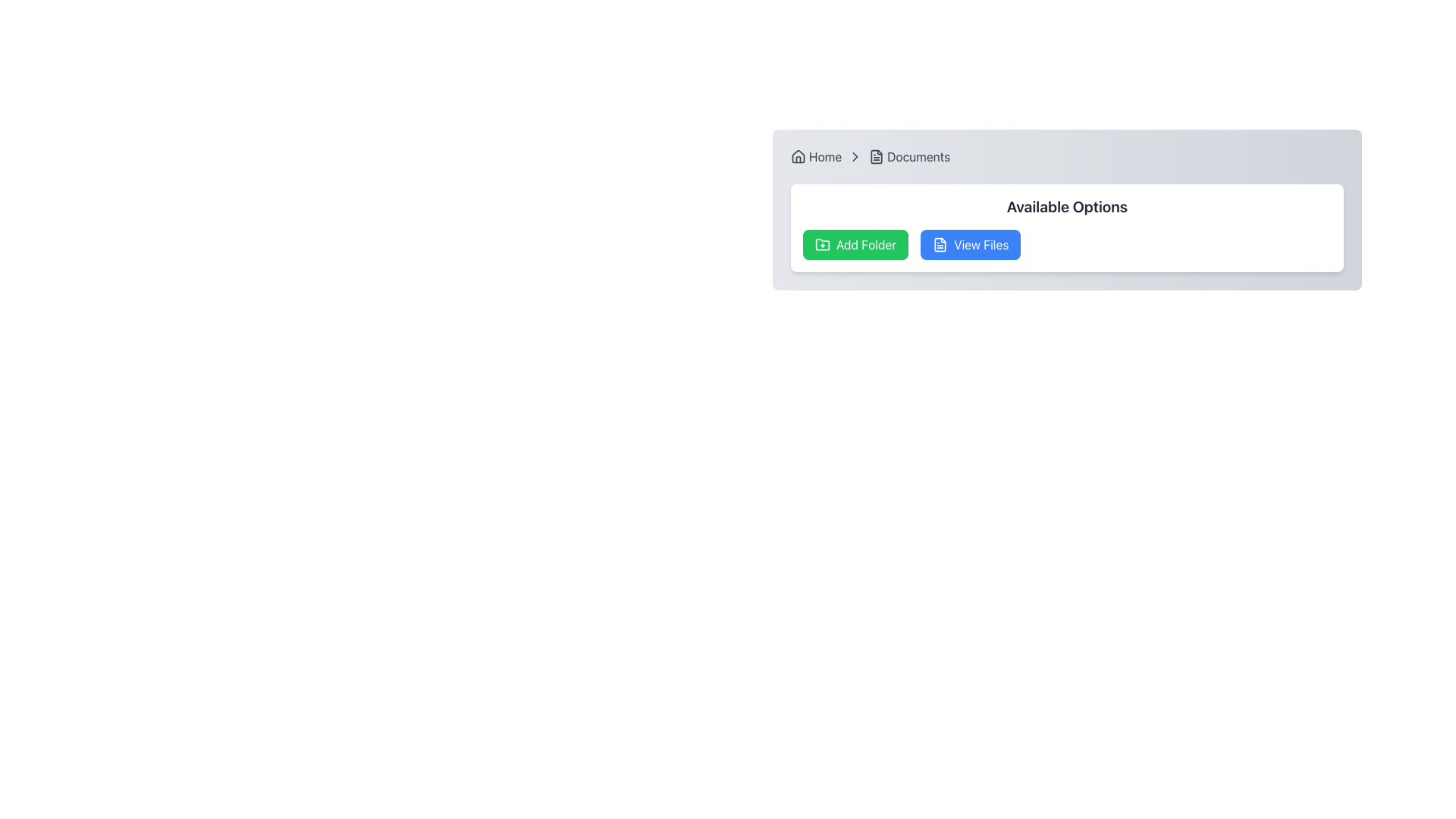 This screenshot has height=819, width=1456. I want to click on the 'Add Folder' button which contains the decorative icon for adding a new folder, located to the left of the 'View Files' button in the 'Available Options' section, so click(821, 244).